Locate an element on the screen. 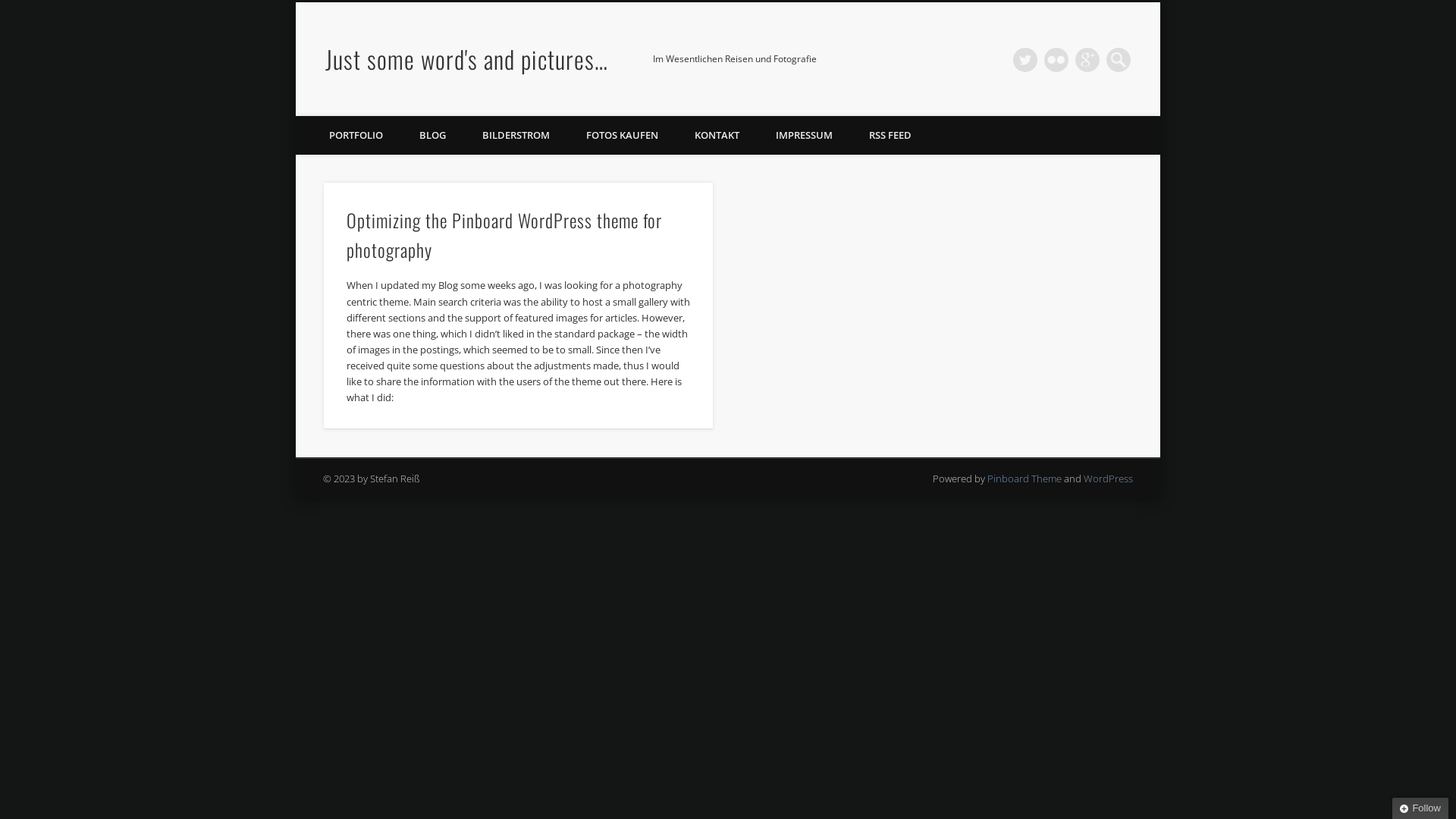 Image resolution: width=1456 pixels, height=819 pixels. 'IMPRESSUM' is located at coordinates (757, 134).